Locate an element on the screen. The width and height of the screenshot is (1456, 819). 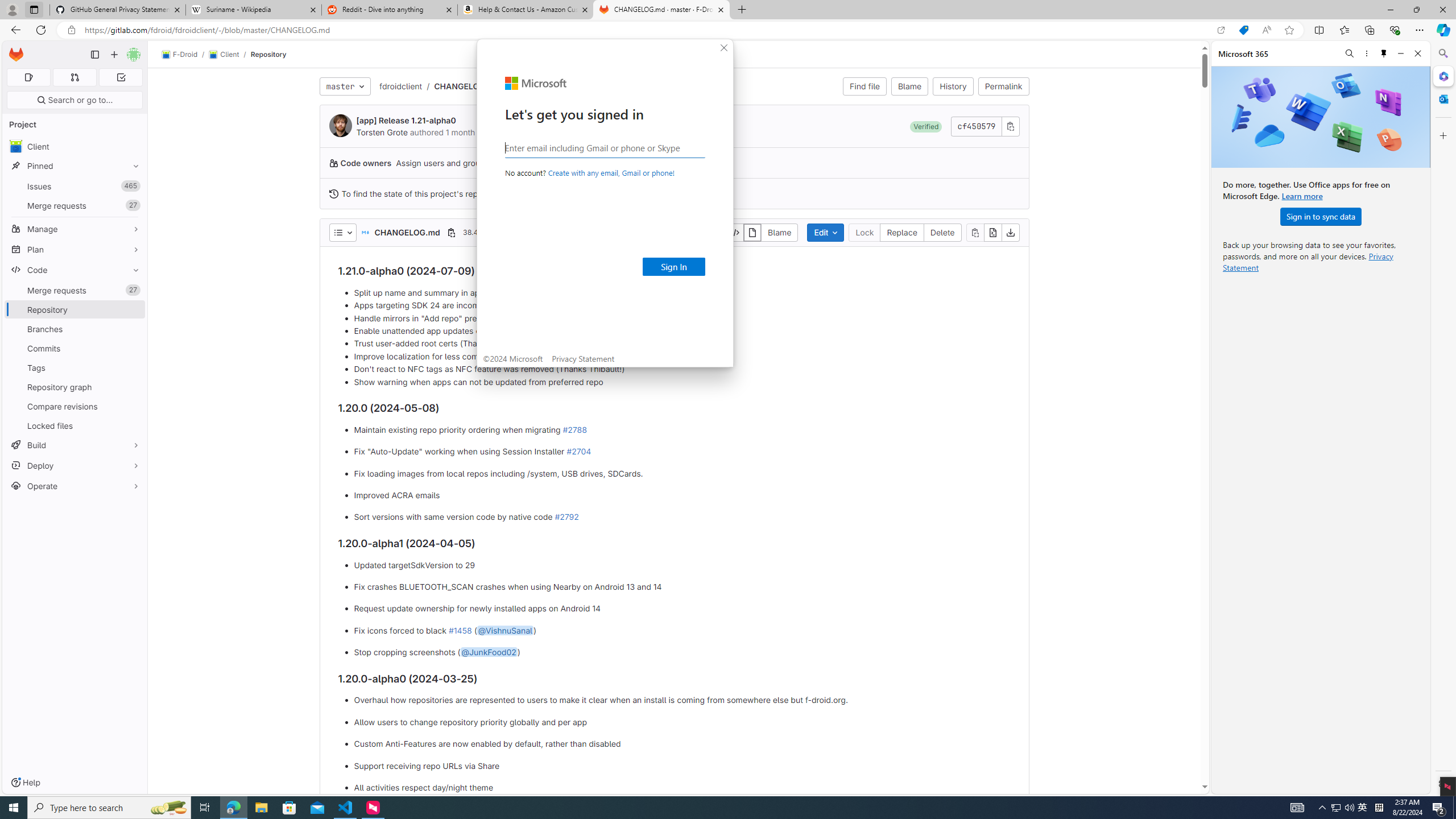
'Merge requests27' is located at coordinates (74, 289).